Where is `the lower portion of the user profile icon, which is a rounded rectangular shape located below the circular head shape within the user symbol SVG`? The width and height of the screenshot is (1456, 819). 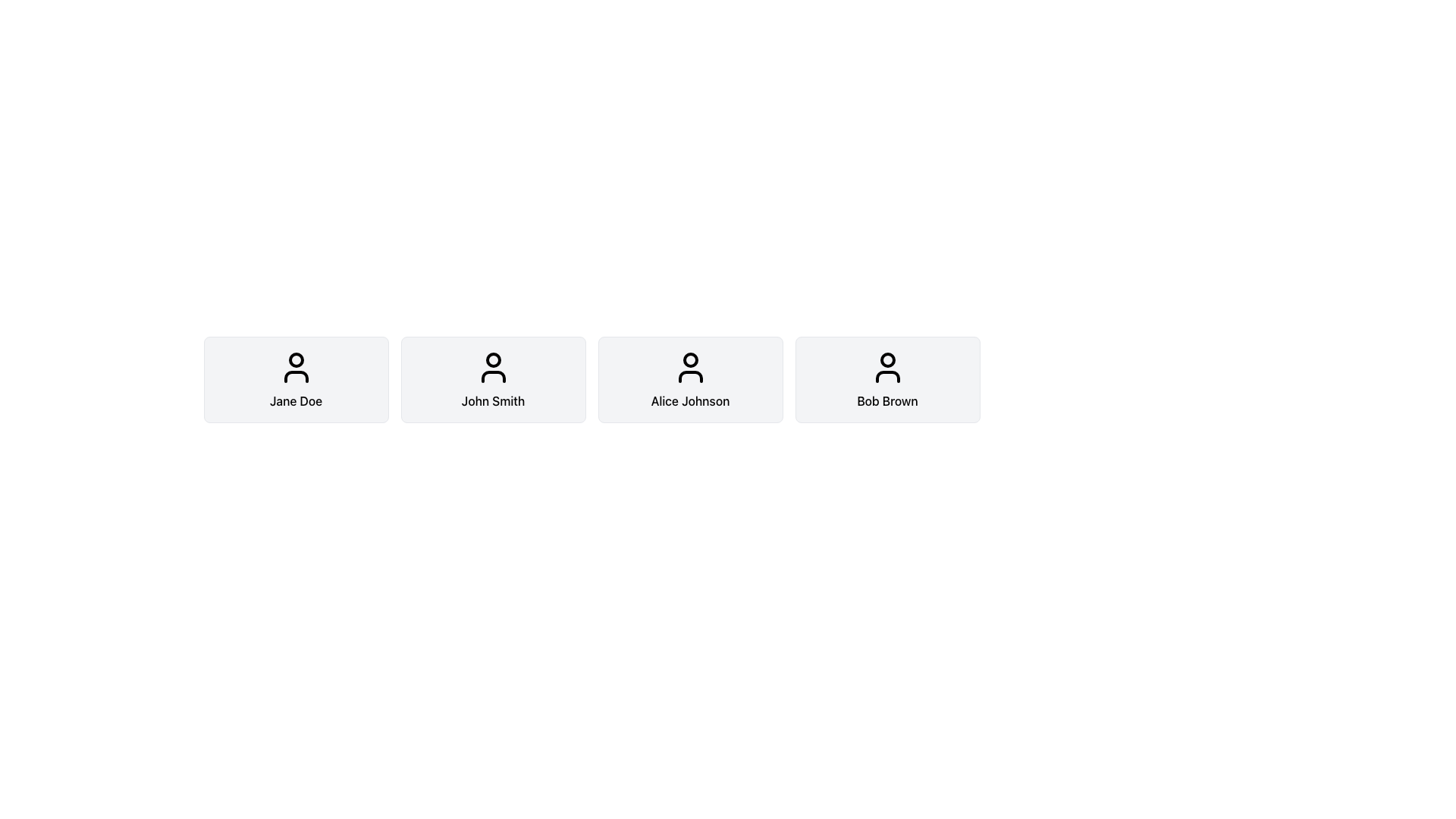 the lower portion of the user profile icon, which is a rounded rectangular shape located below the circular head shape within the user symbol SVG is located at coordinates (296, 376).